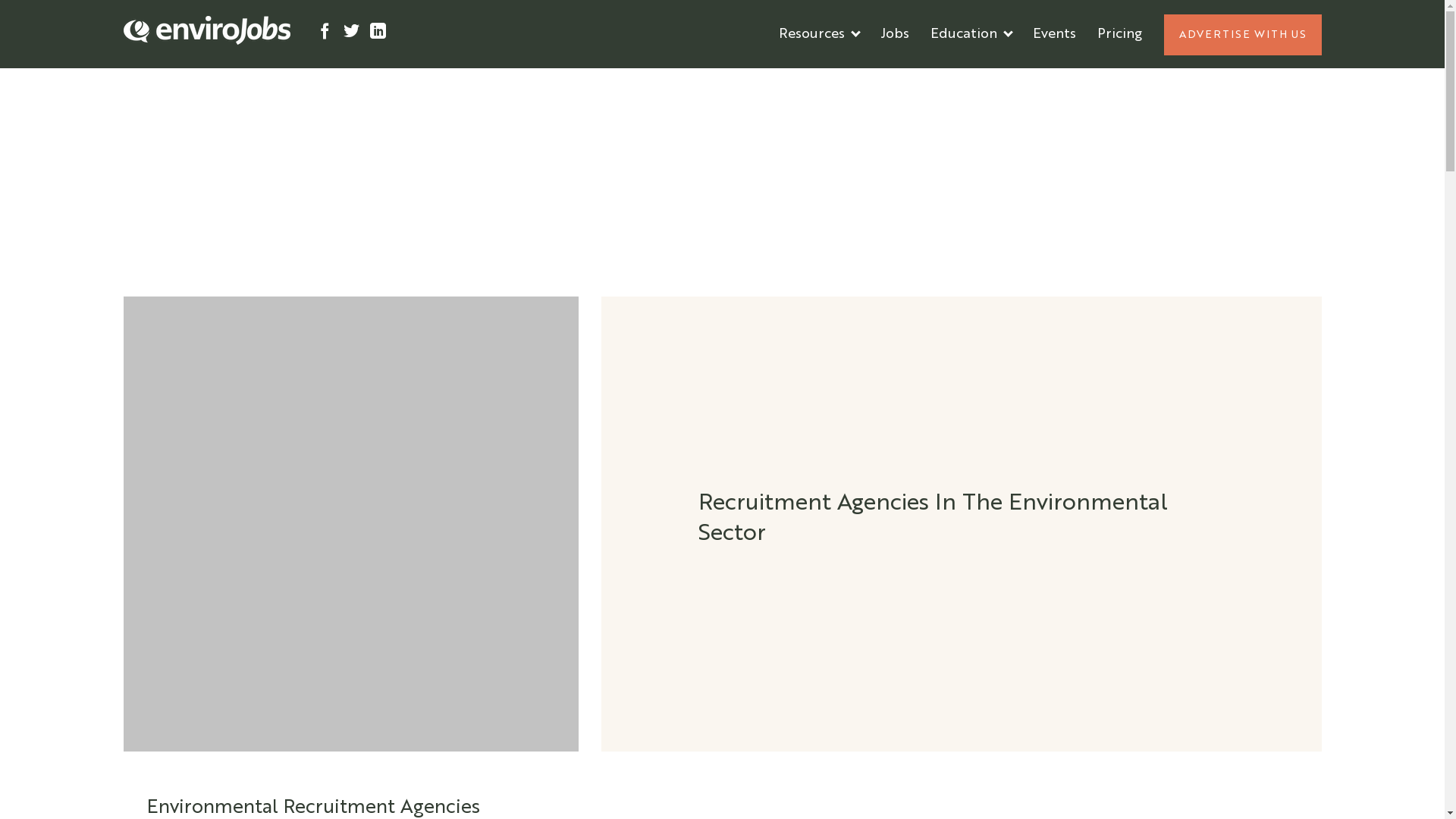  Describe the element at coordinates (874, 80) in the screenshot. I see `'Environmental Job Resources'` at that location.